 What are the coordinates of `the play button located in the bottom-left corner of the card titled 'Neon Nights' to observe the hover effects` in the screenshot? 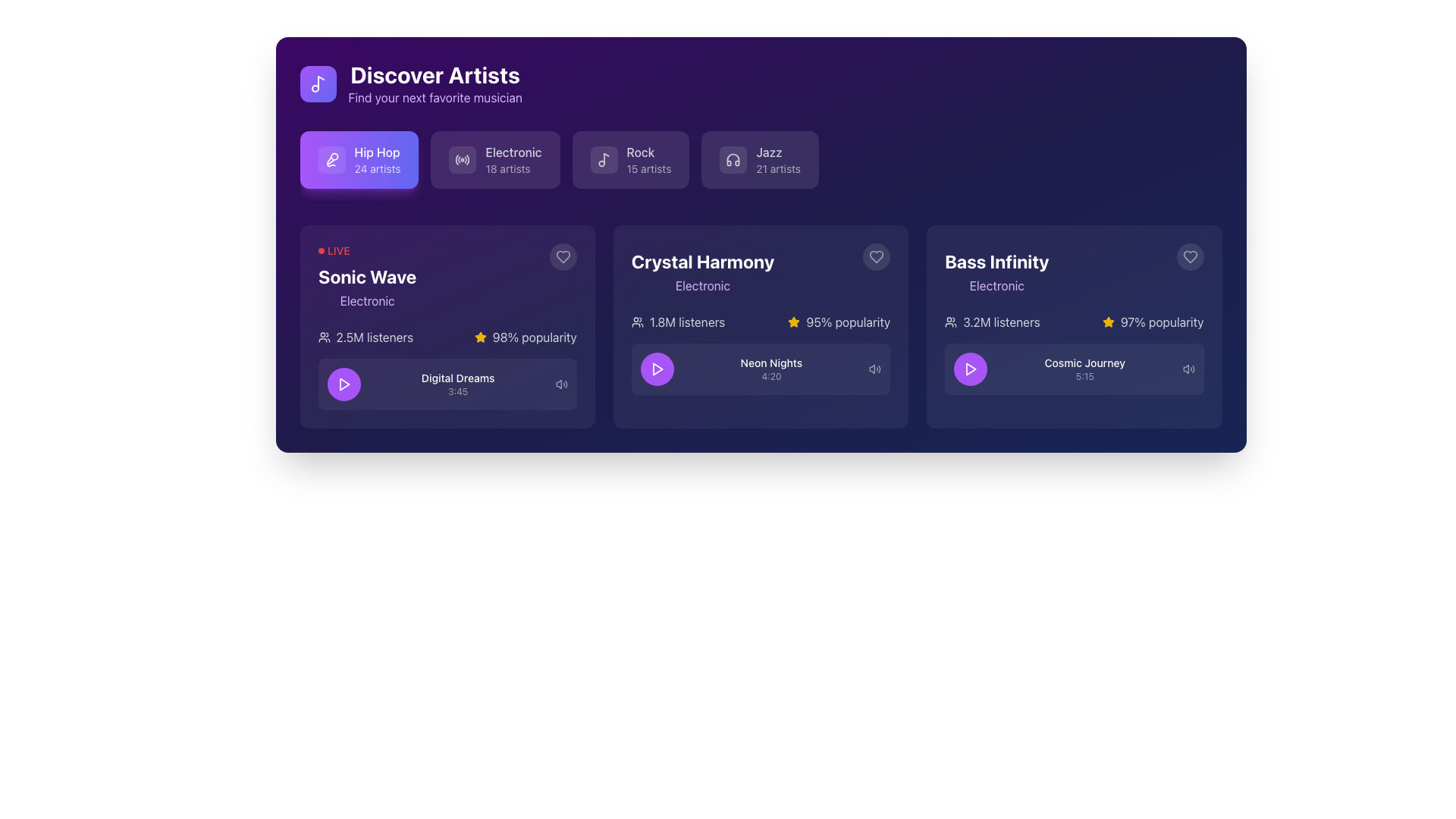 It's located at (657, 369).